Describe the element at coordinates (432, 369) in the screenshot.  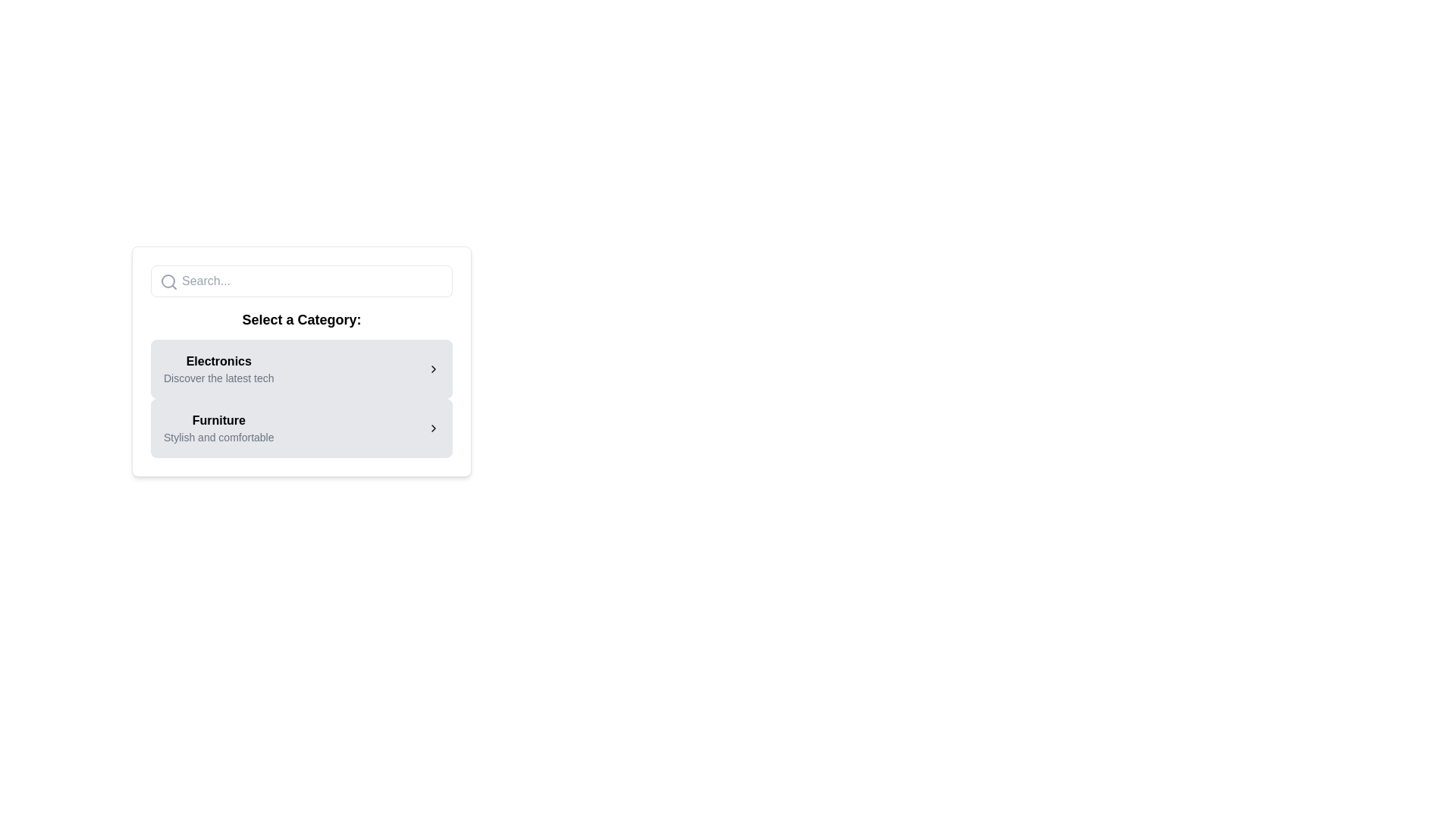
I see `the Chevron Icon Button located to the far right of the 'Electronics' category item in the 'Select a Category' section` at that location.